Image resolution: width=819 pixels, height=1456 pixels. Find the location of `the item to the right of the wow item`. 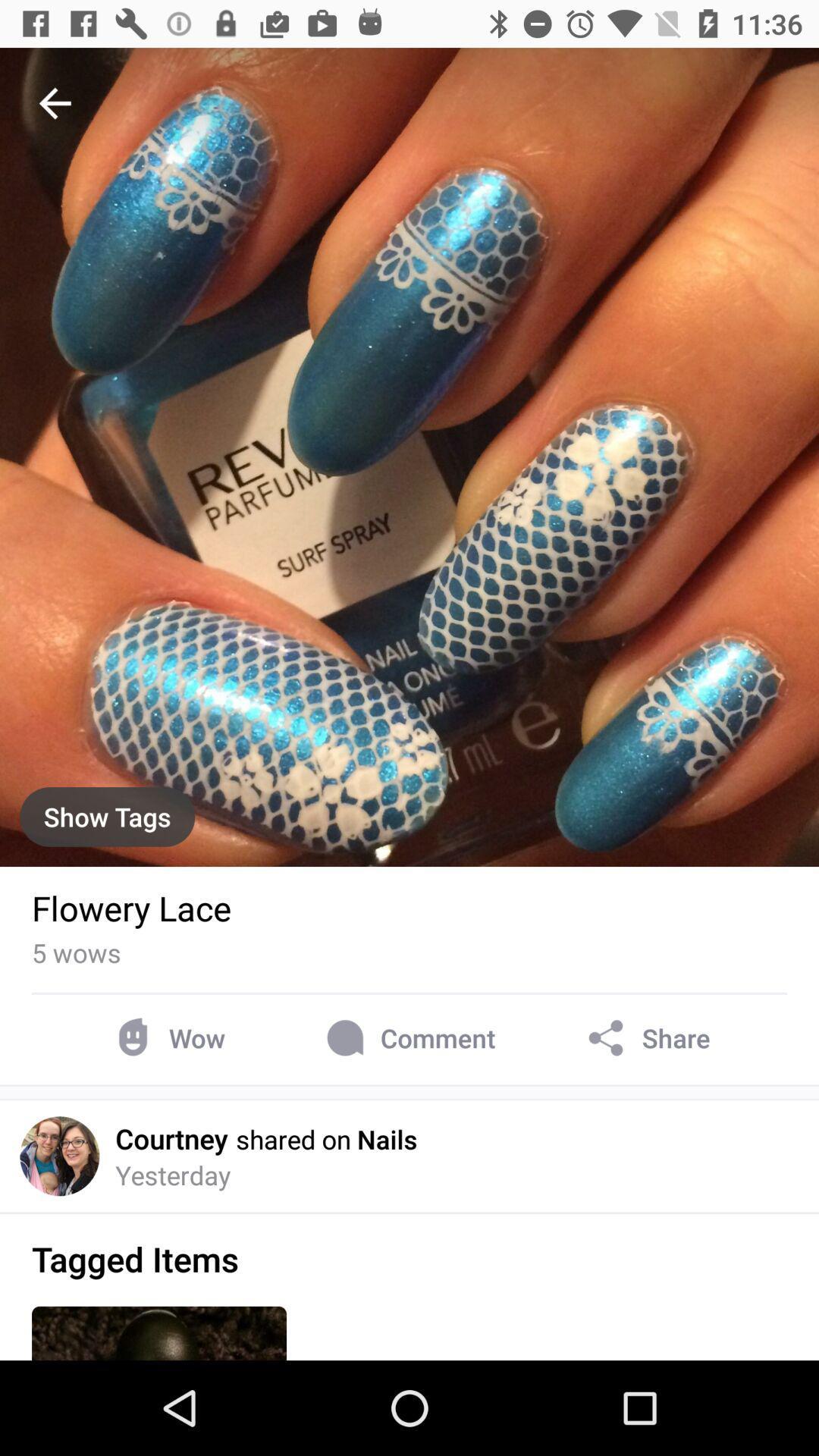

the item to the right of the wow item is located at coordinates (407, 1037).